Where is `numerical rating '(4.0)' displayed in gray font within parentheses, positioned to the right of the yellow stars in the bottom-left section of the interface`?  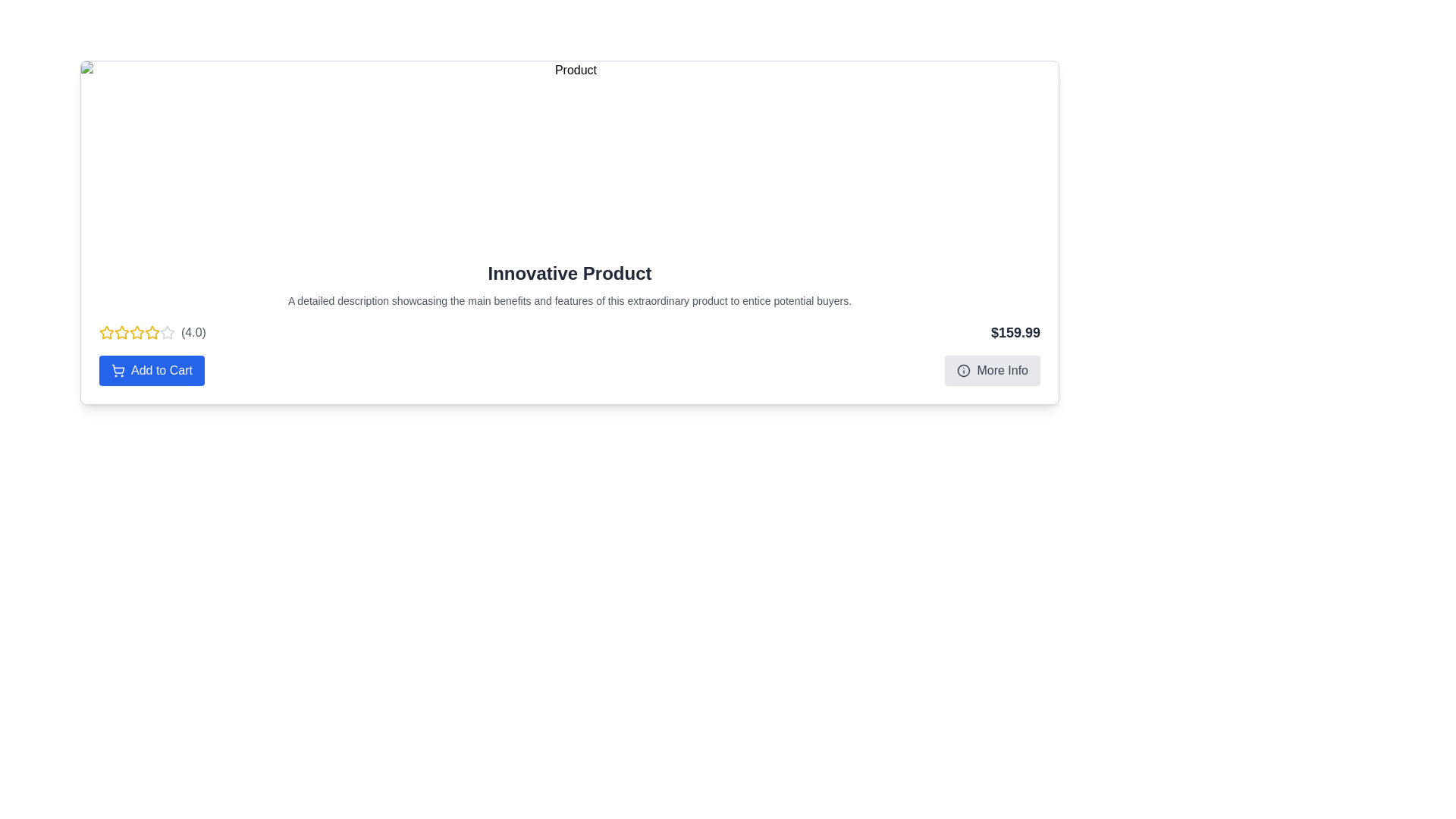
numerical rating '(4.0)' displayed in gray font within parentheses, positioned to the right of the yellow stars in the bottom-left section of the interface is located at coordinates (193, 332).